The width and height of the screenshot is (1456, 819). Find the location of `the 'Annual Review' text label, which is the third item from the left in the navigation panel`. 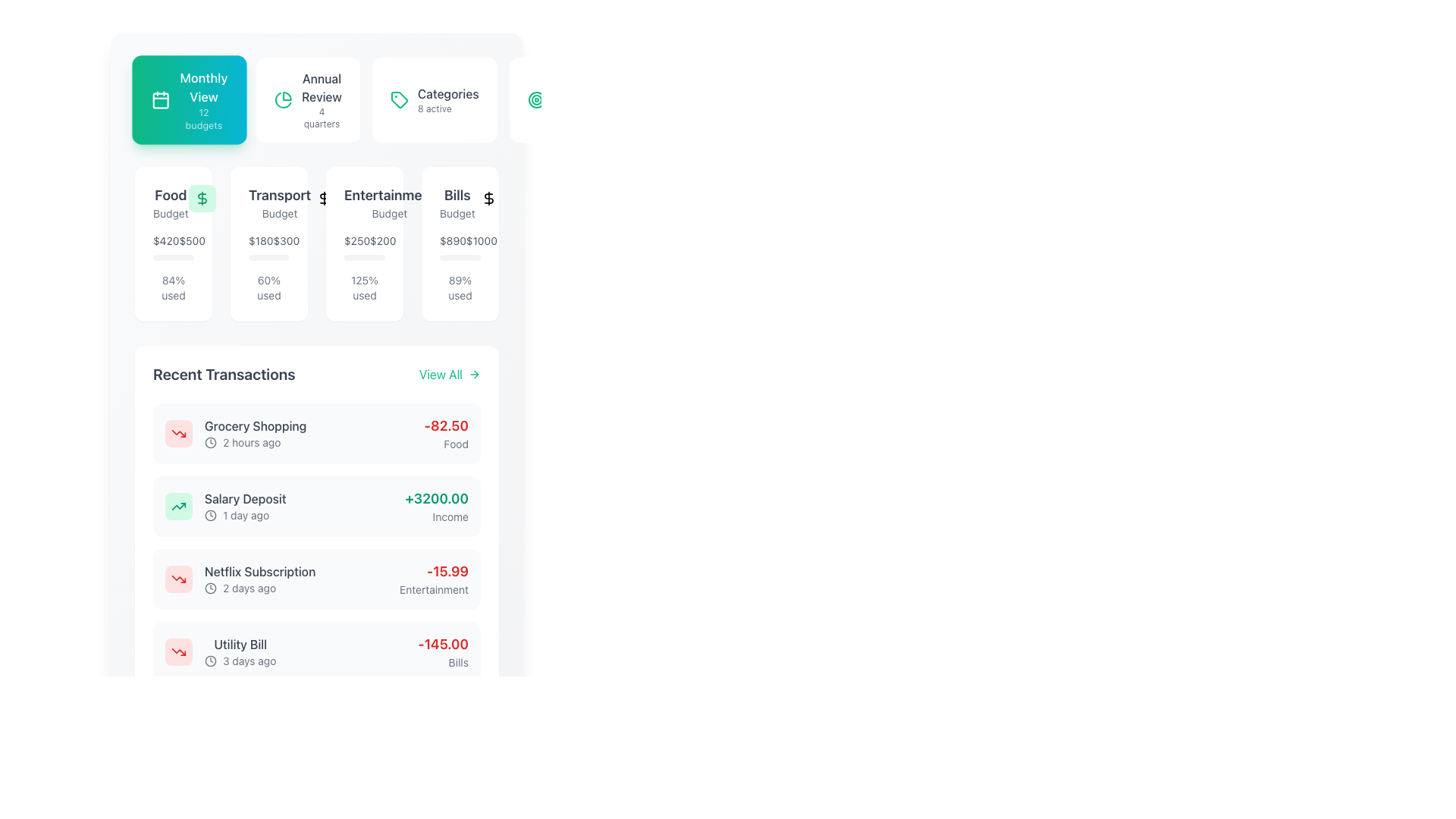

the 'Annual Review' text label, which is the third item from the left in the navigation panel is located at coordinates (321, 99).